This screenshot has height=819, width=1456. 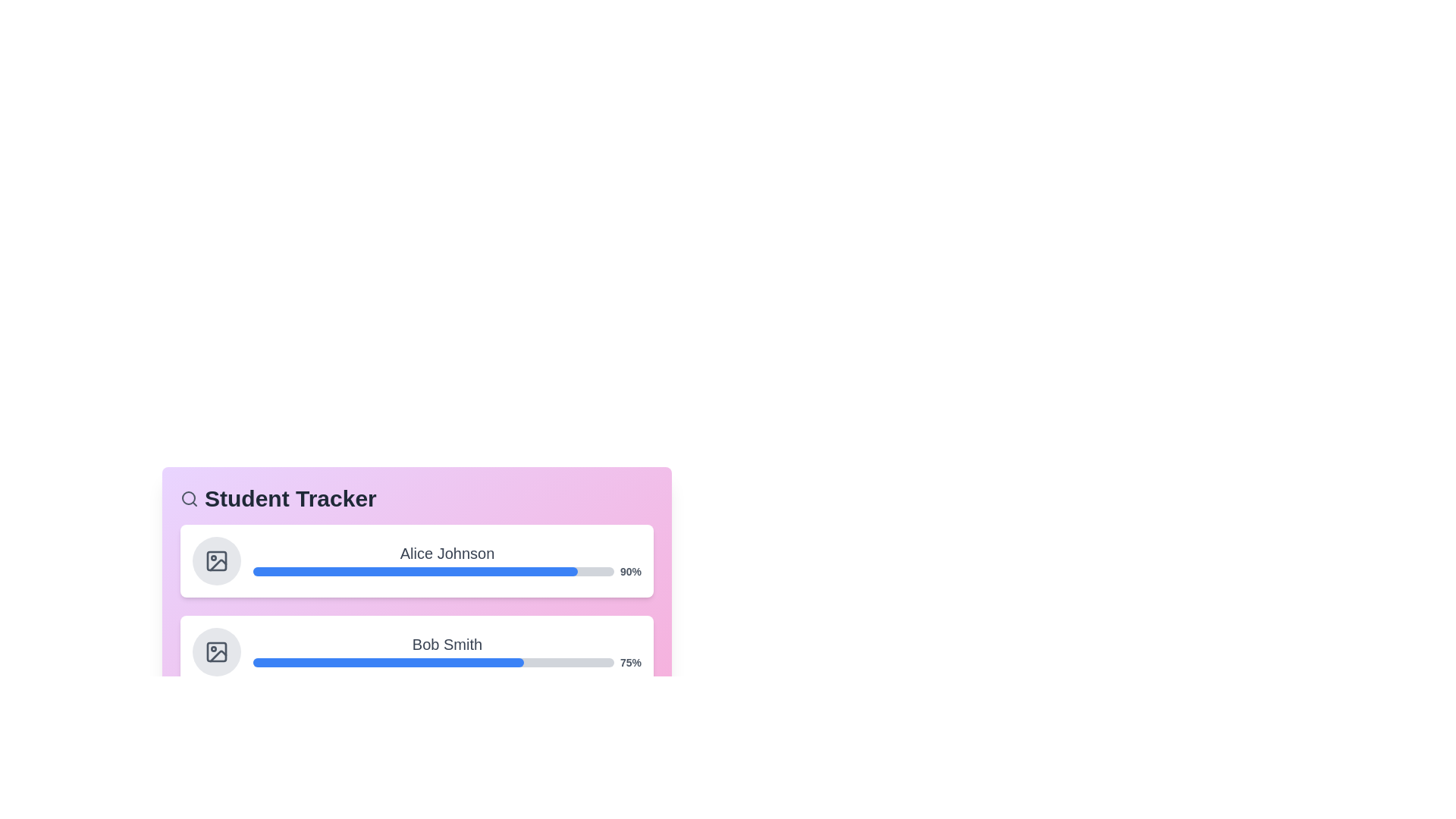 I want to click on the placeholder image for Bob Smith to upload a profile picture, so click(x=216, y=651).